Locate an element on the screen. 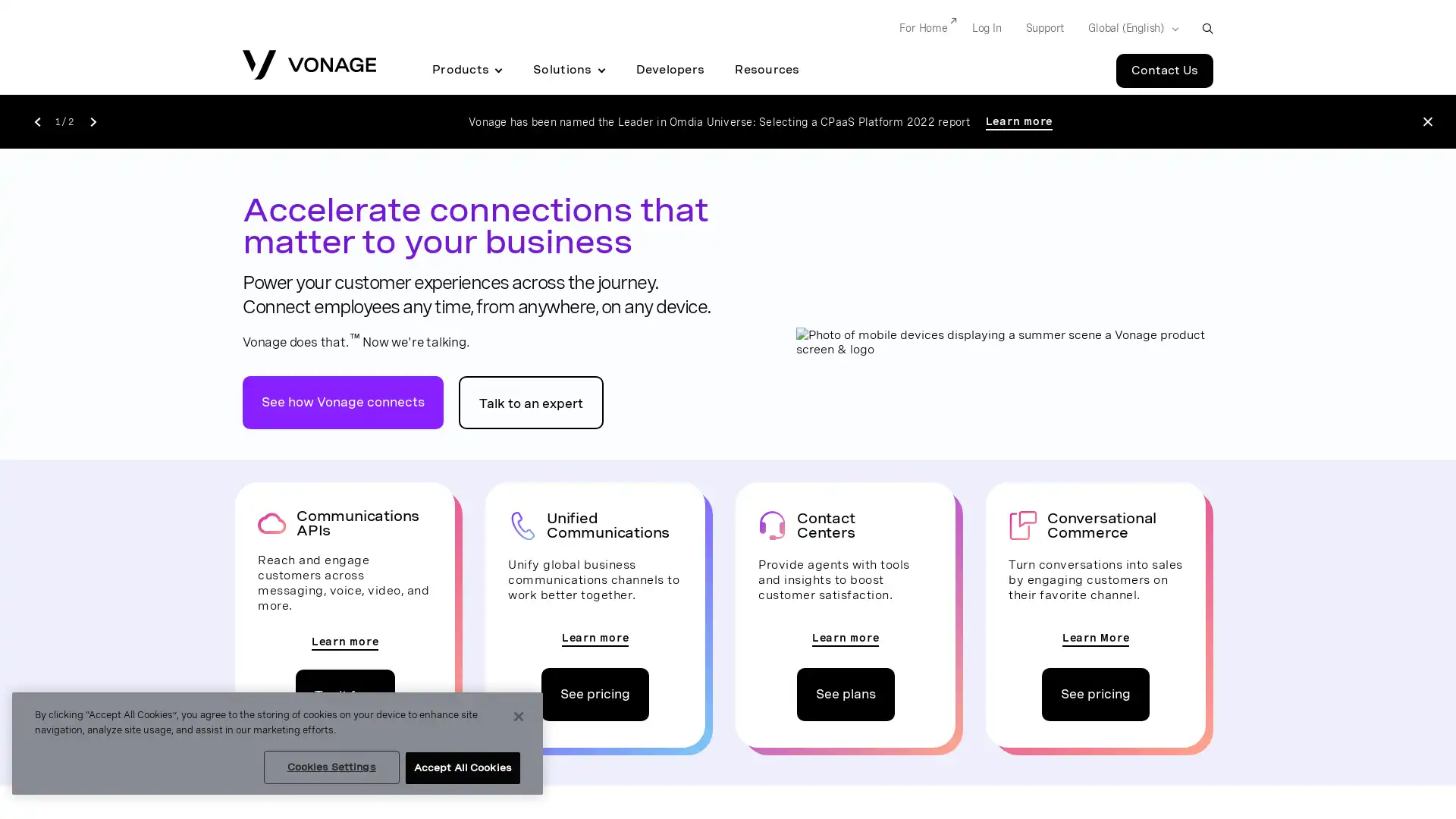 Image resolution: width=1456 pixels, height=819 pixels. go to vonage does that video is located at coordinates (342, 400).